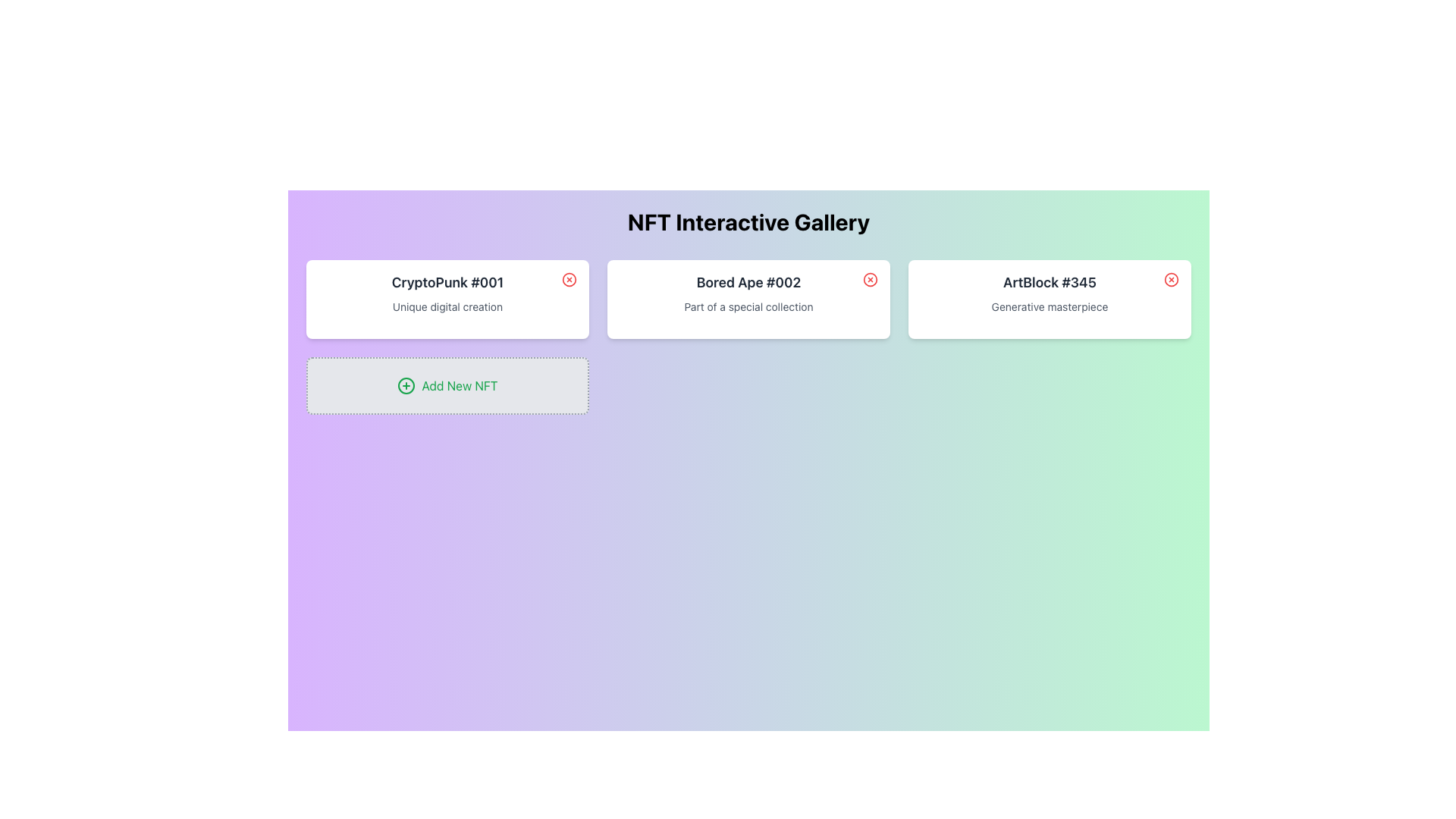 Image resolution: width=1456 pixels, height=819 pixels. Describe the element at coordinates (1171, 280) in the screenshot. I see `the red circular button with a white cross inside it, located in the top-right corner of the card labeled 'ArtBlock #345'` at that location.